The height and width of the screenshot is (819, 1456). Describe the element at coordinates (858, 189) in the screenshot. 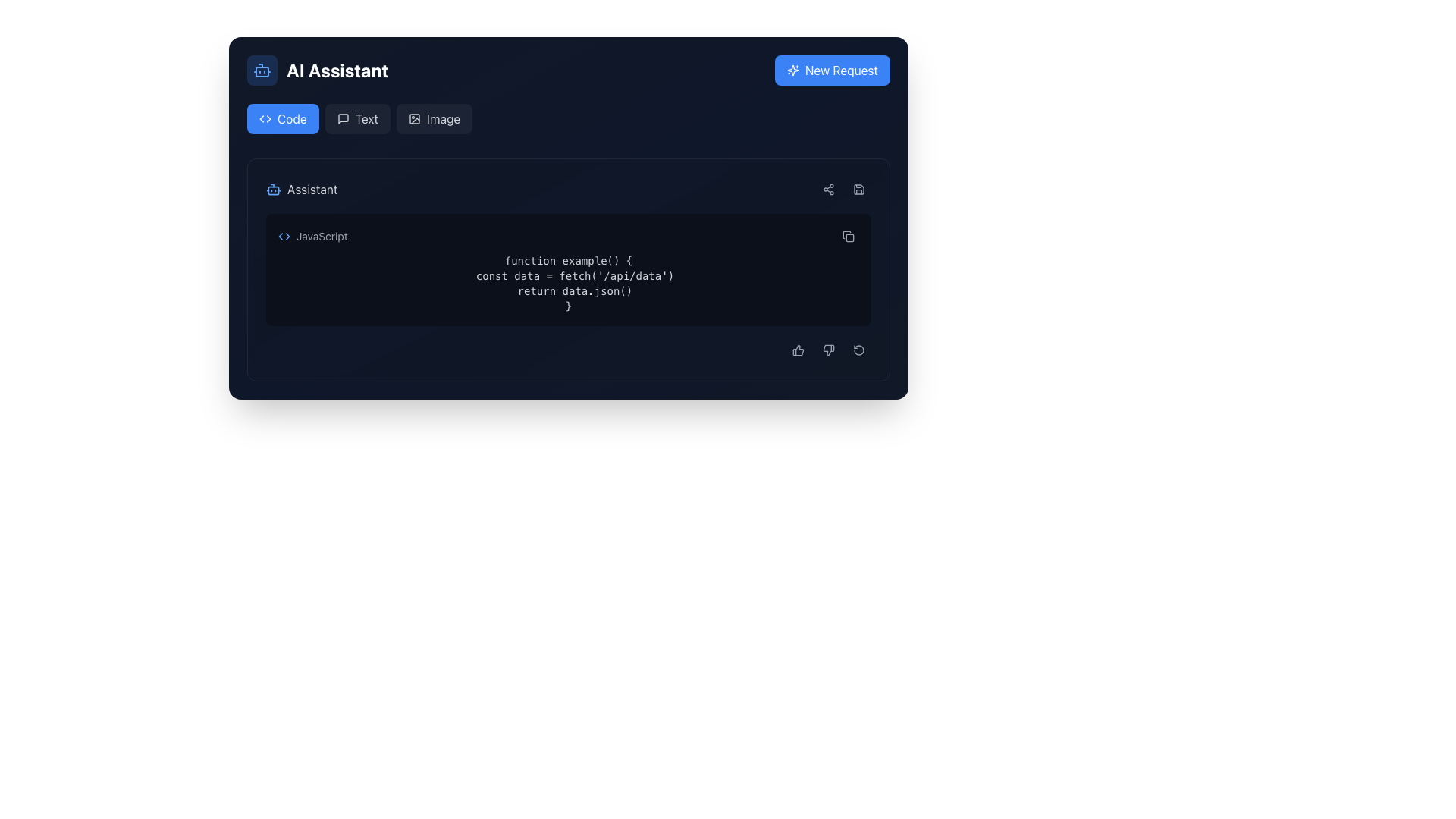

I see `the square save button with a floppy disk icon located in the top-right corner of the code assistant interface` at that location.